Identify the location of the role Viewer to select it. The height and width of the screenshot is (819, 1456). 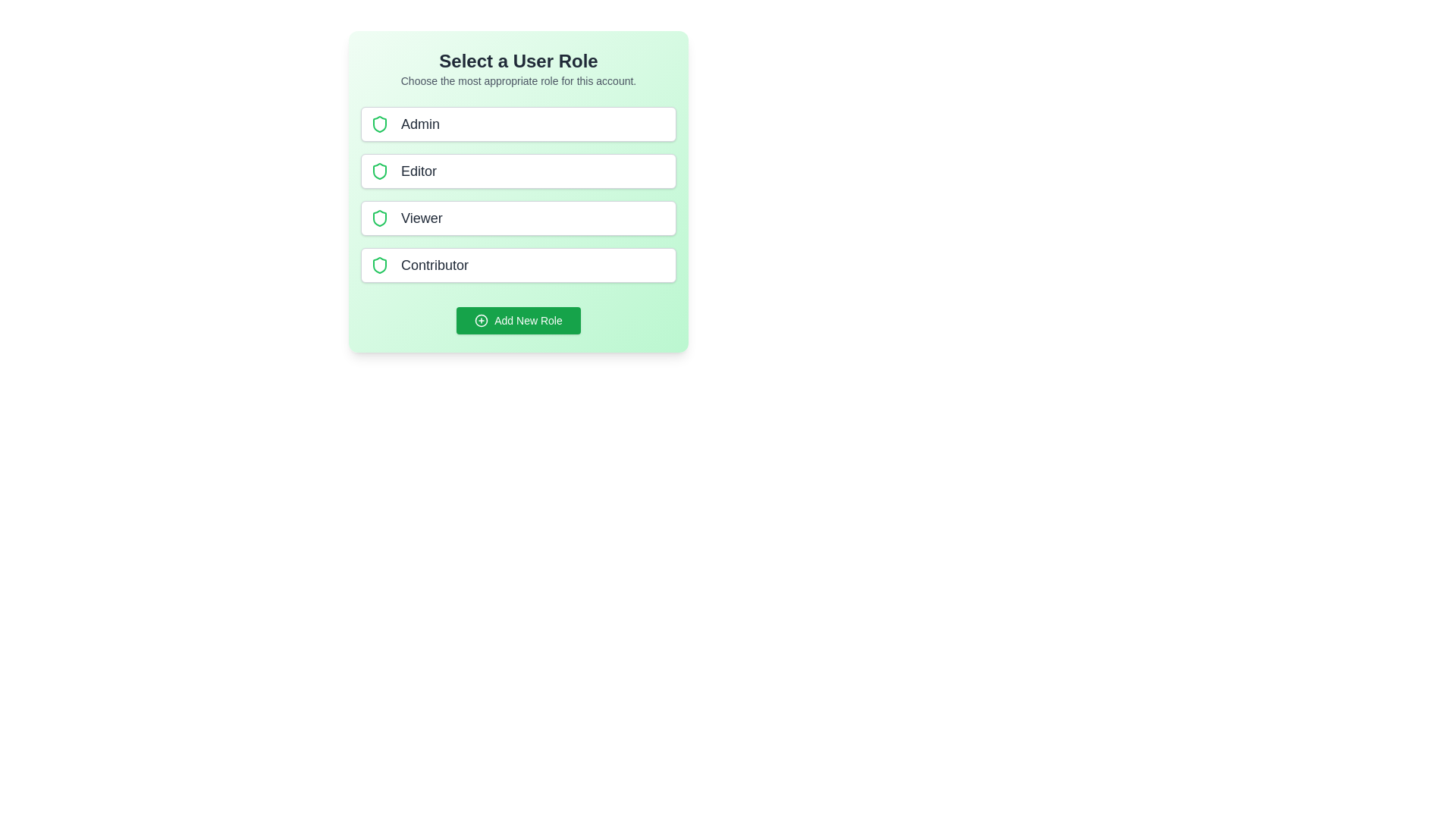
(519, 218).